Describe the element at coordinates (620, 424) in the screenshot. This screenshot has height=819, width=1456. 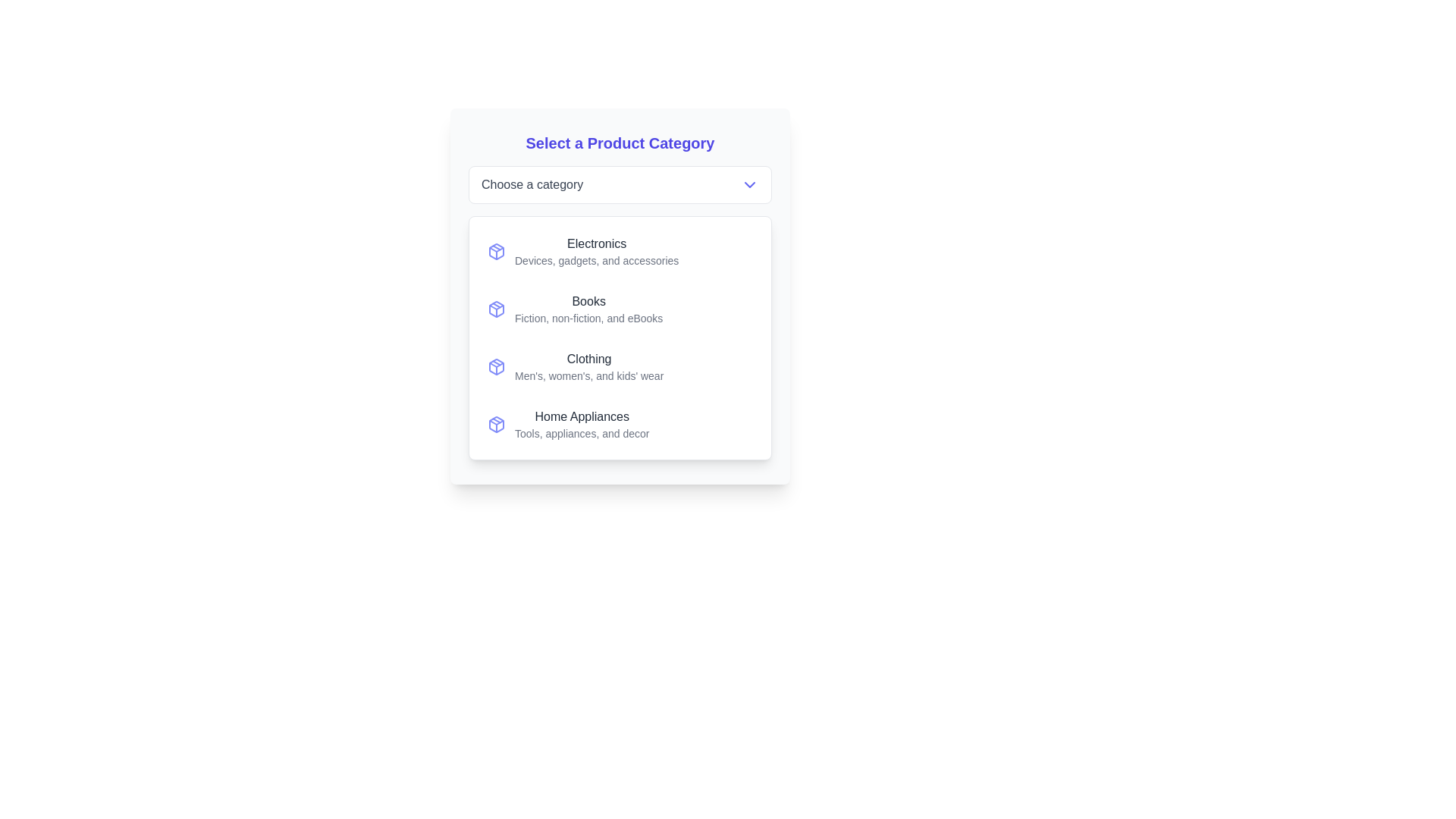
I see `to select the 'Home Appliances' category from the list item entry that includes the title in bold and a description below it, with an accompanying package icon on the left` at that location.